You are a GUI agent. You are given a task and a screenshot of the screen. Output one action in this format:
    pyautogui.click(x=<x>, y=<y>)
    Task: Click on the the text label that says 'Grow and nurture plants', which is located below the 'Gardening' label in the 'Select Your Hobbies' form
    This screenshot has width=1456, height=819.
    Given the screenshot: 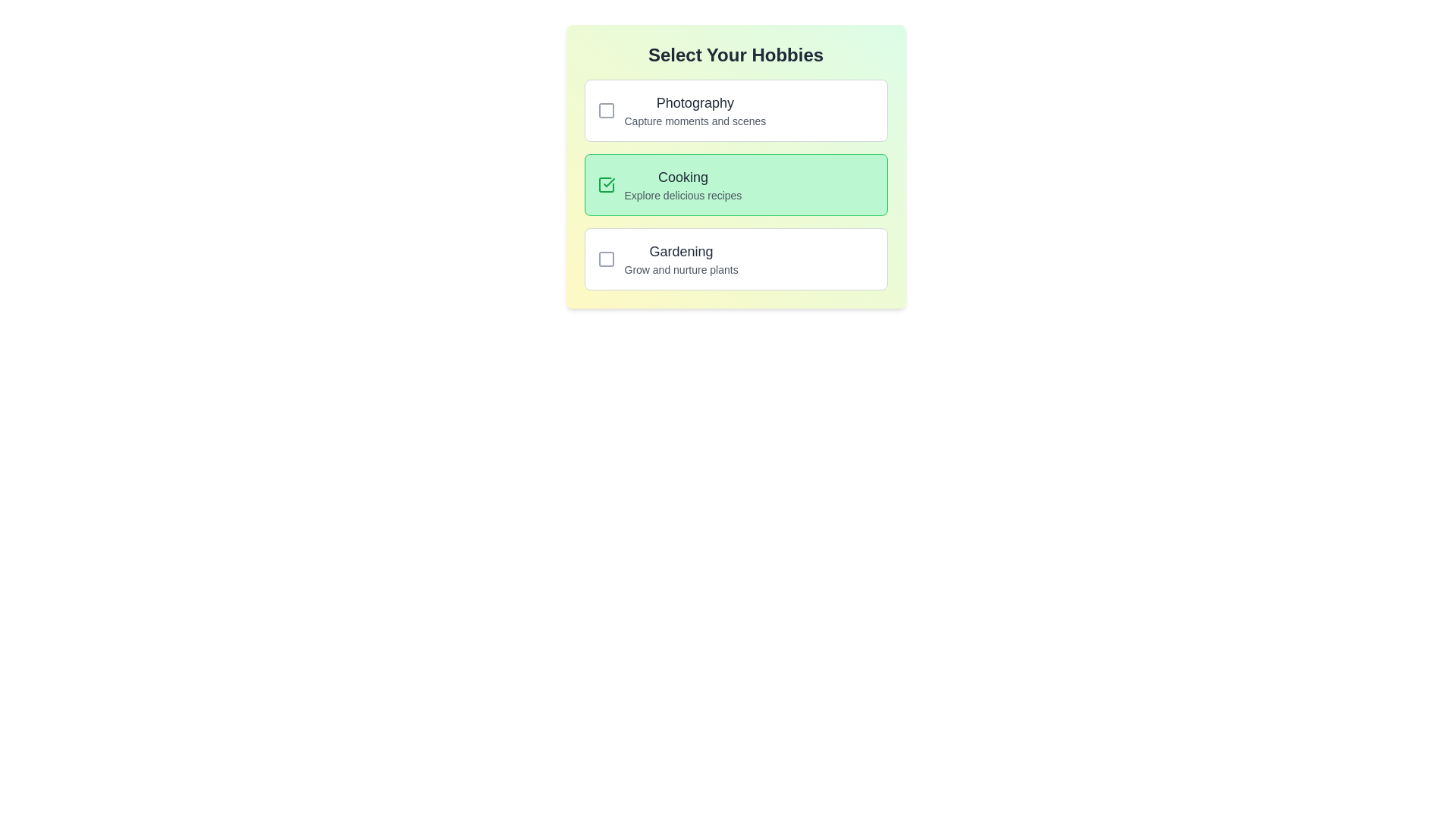 What is the action you would take?
    pyautogui.click(x=680, y=268)
    